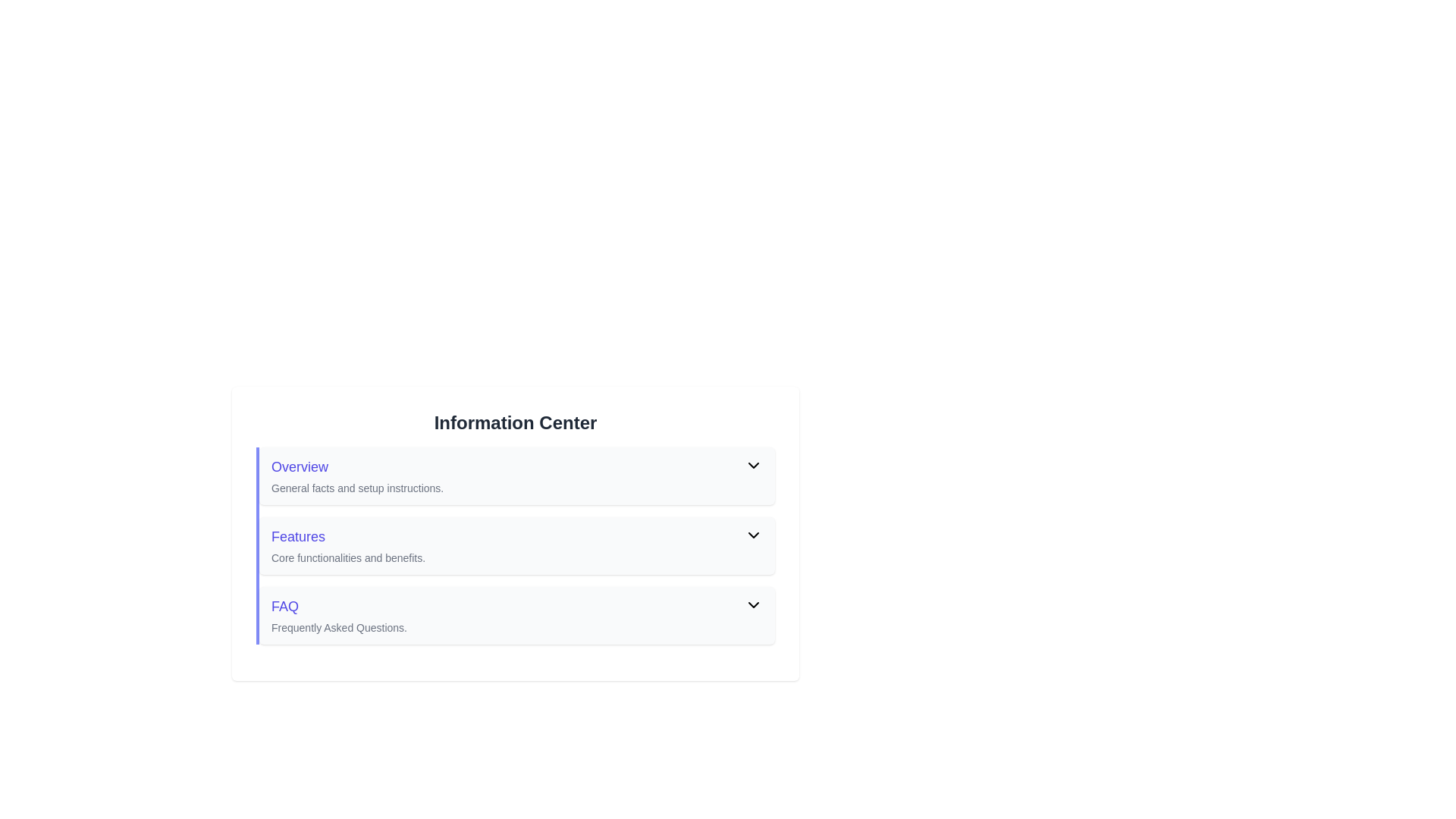 Image resolution: width=1456 pixels, height=819 pixels. I want to click on the downward arrow icon located to the far right of the 'Overview' section header in the 'Information Center' panel, so click(753, 464).